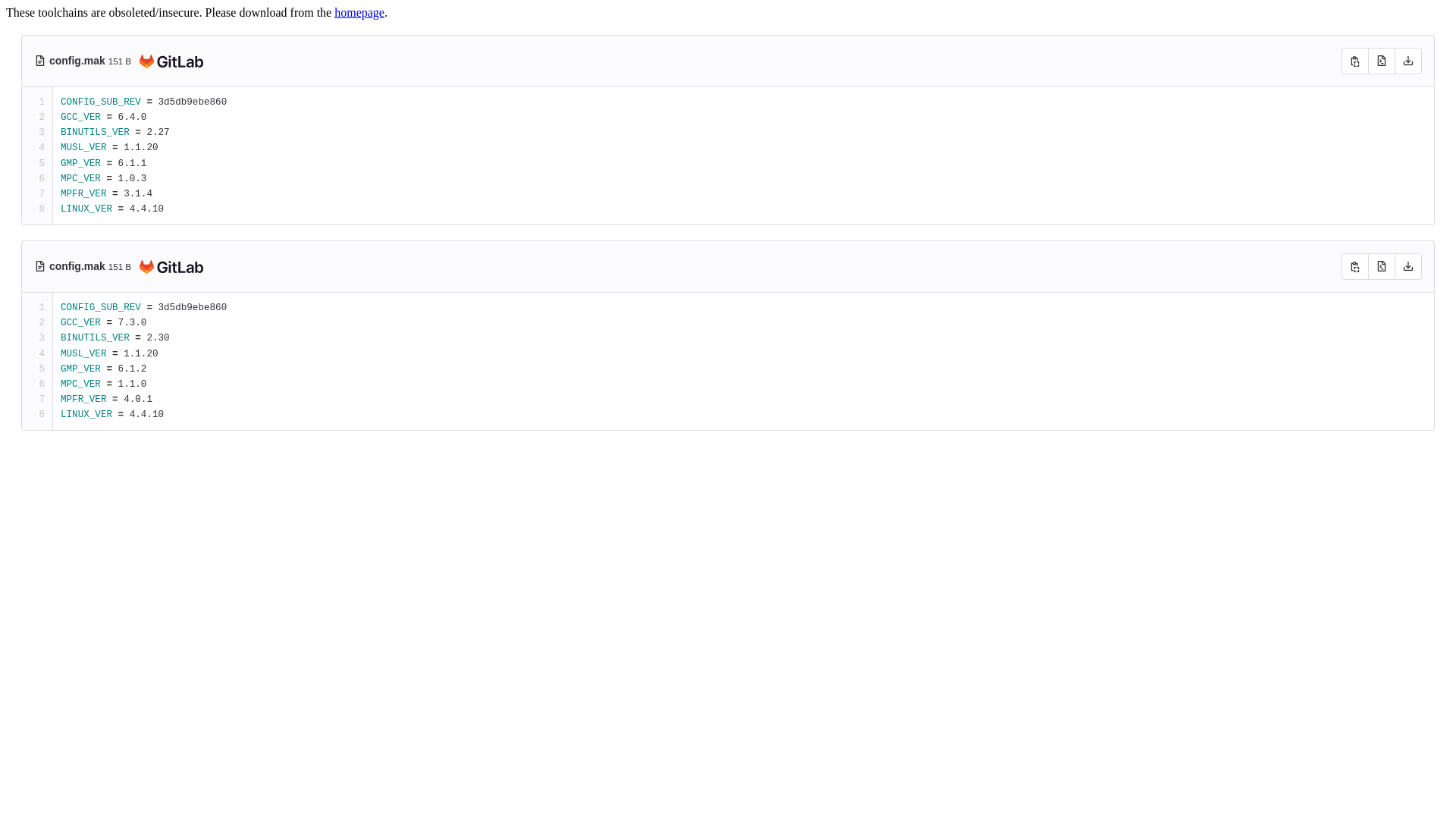 Image resolution: width=1456 pixels, height=819 pixels. I want to click on 'Open raw', so click(1381, 60).